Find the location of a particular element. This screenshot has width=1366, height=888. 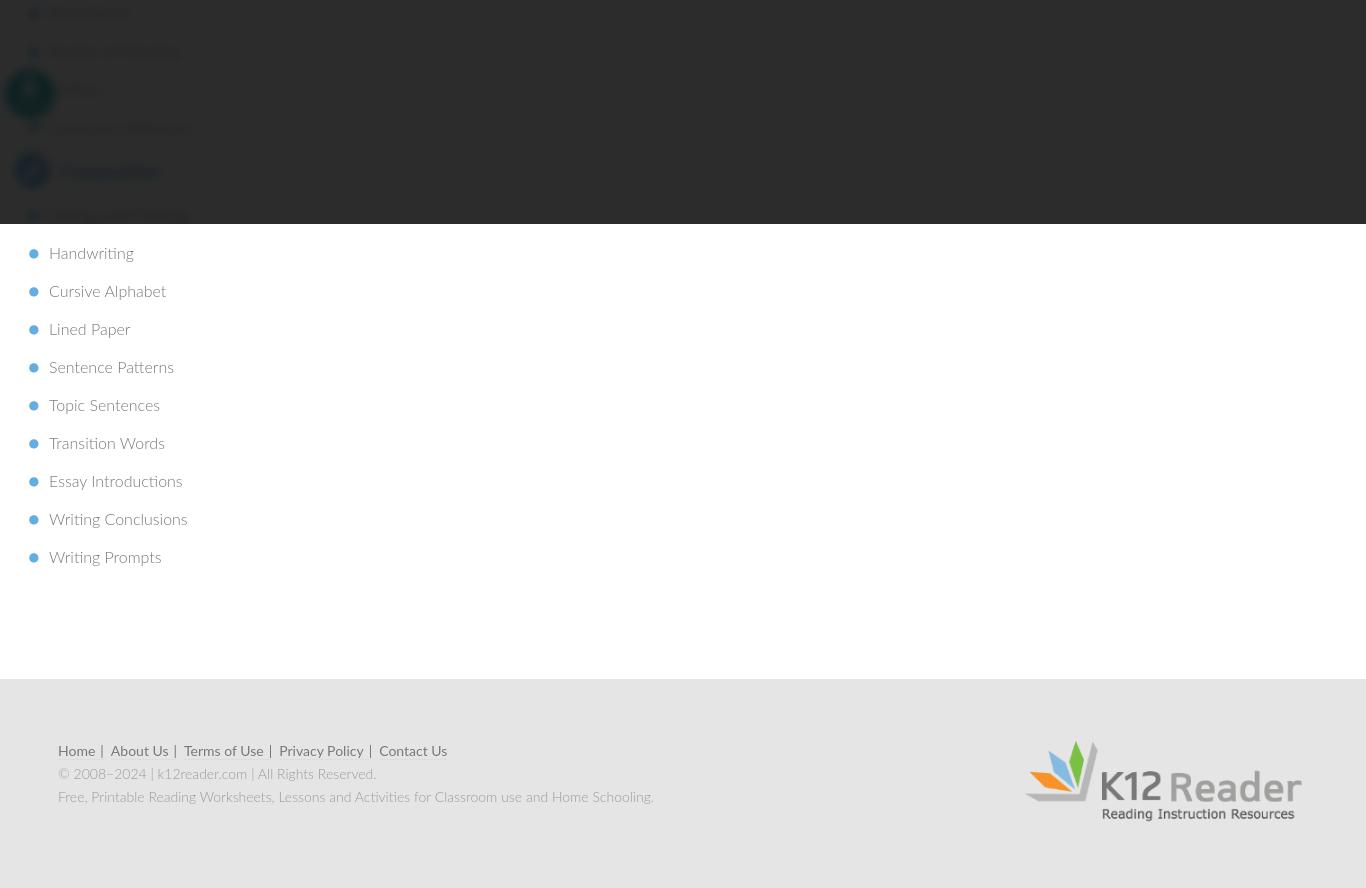

'Free, Printable Reading Worksheets, Lessons and Activities for Classroom use and Home Schooling.' is located at coordinates (354, 796).